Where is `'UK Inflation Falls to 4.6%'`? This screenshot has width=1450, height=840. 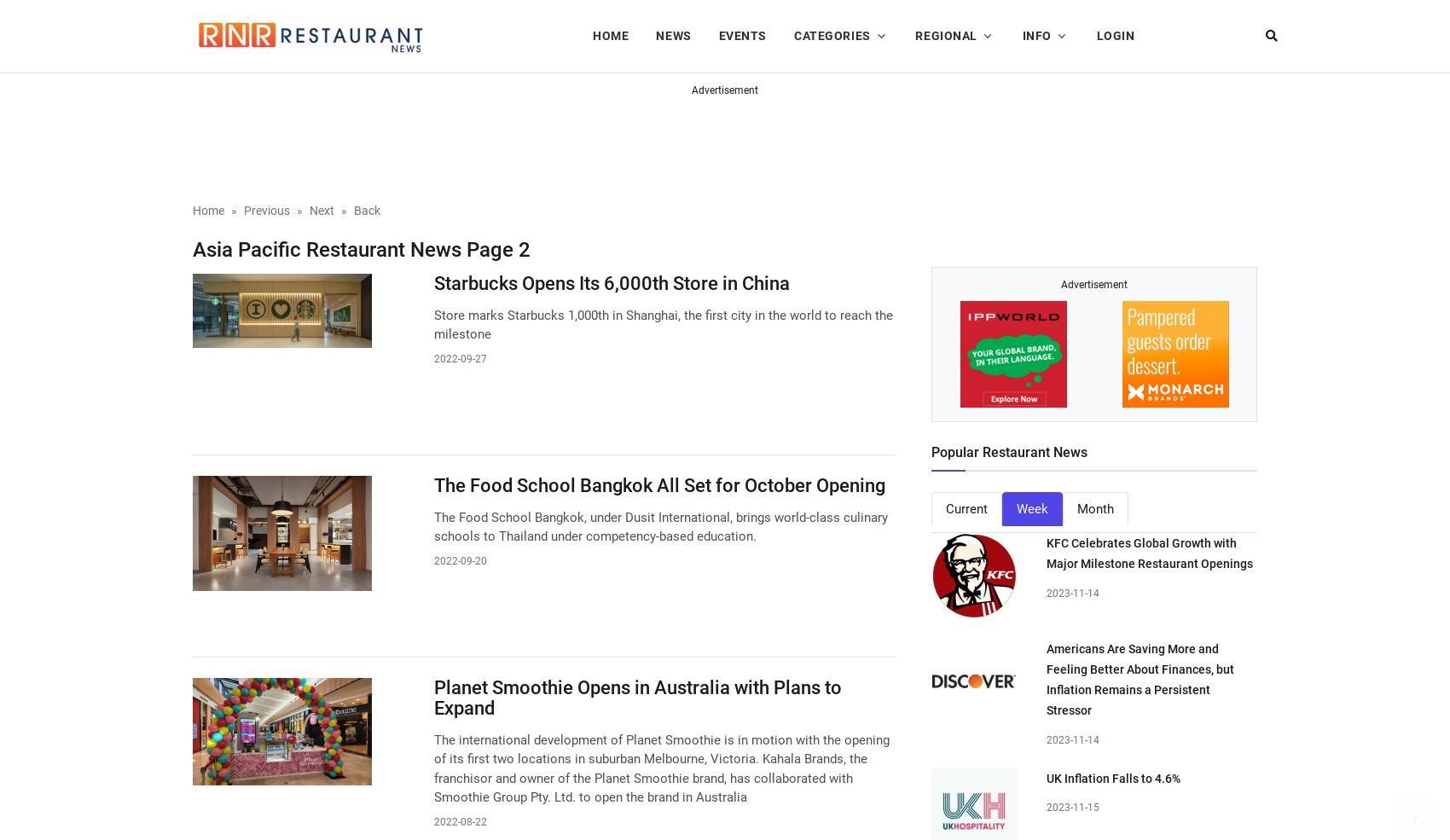
'UK Inflation Falls to 4.6%' is located at coordinates (1113, 778).